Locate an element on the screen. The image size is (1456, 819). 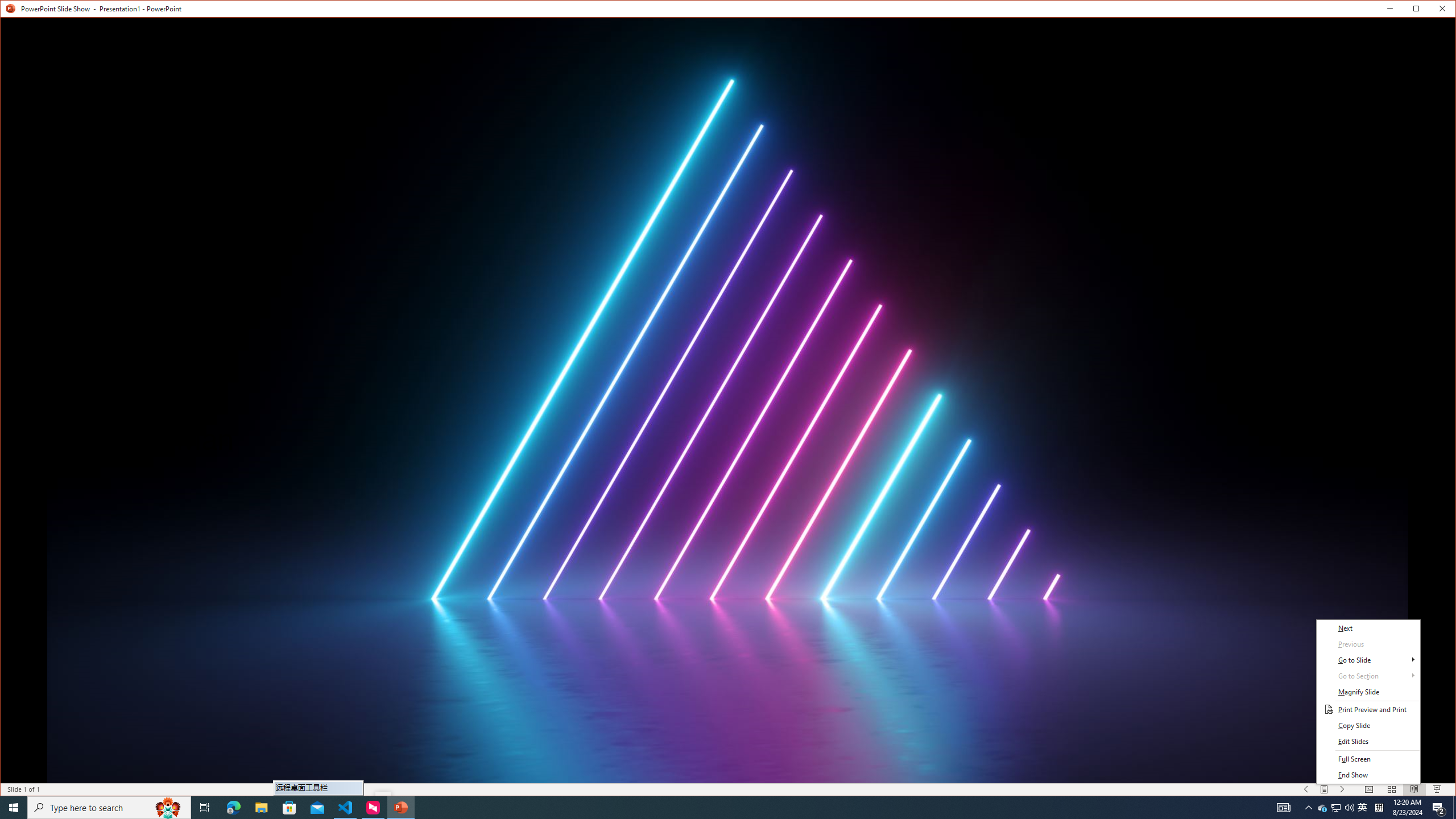
'Full Screen' is located at coordinates (1368, 758).